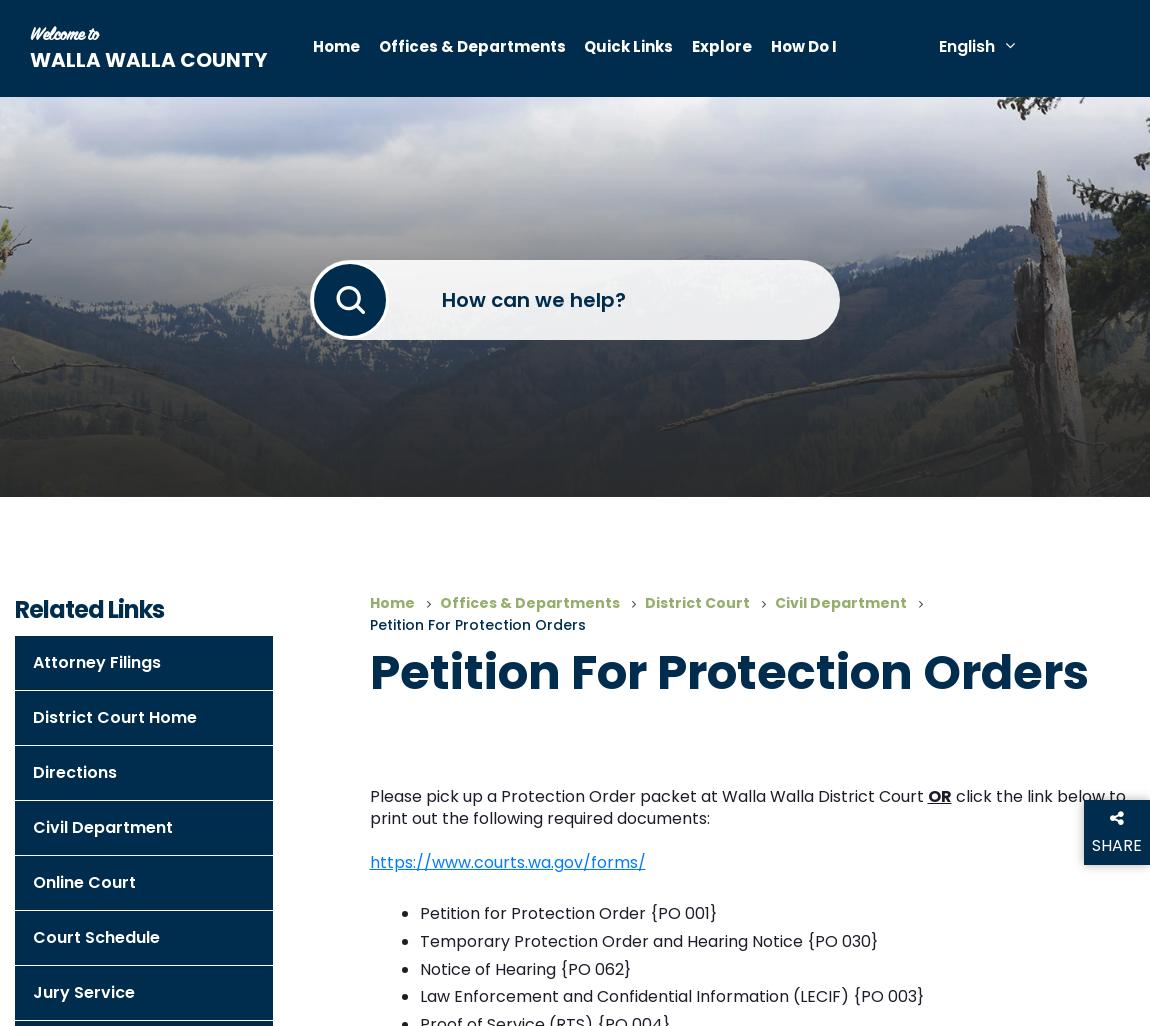 The image size is (1150, 1026). What do you see at coordinates (690, 46) in the screenshot?
I see `'Explore'` at bounding box center [690, 46].